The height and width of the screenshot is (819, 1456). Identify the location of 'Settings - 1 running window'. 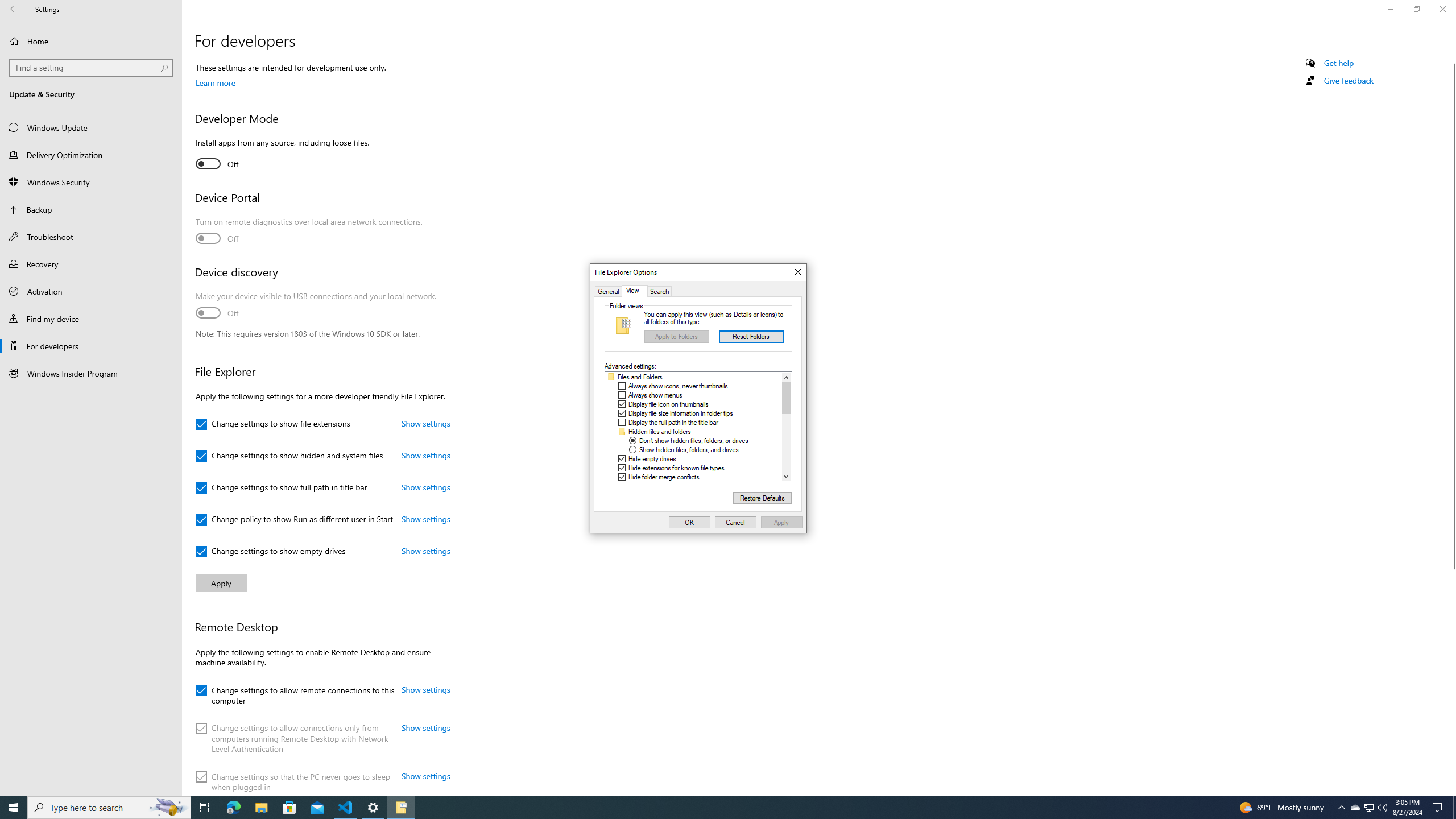
(373, 806).